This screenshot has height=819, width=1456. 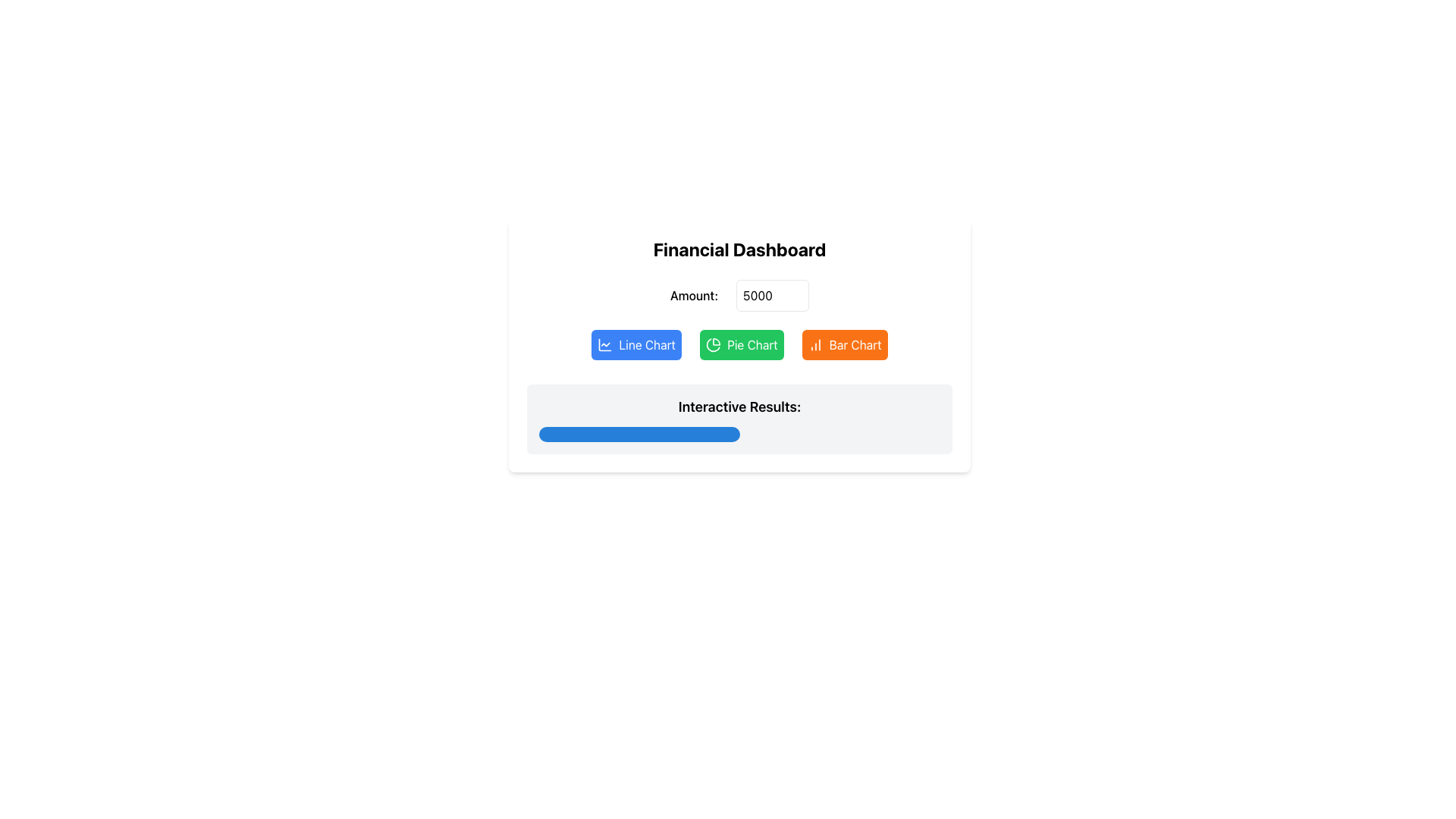 What do you see at coordinates (742, 345) in the screenshot?
I see `the middle button in the group of three buttons` at bounding box center [742, 345].